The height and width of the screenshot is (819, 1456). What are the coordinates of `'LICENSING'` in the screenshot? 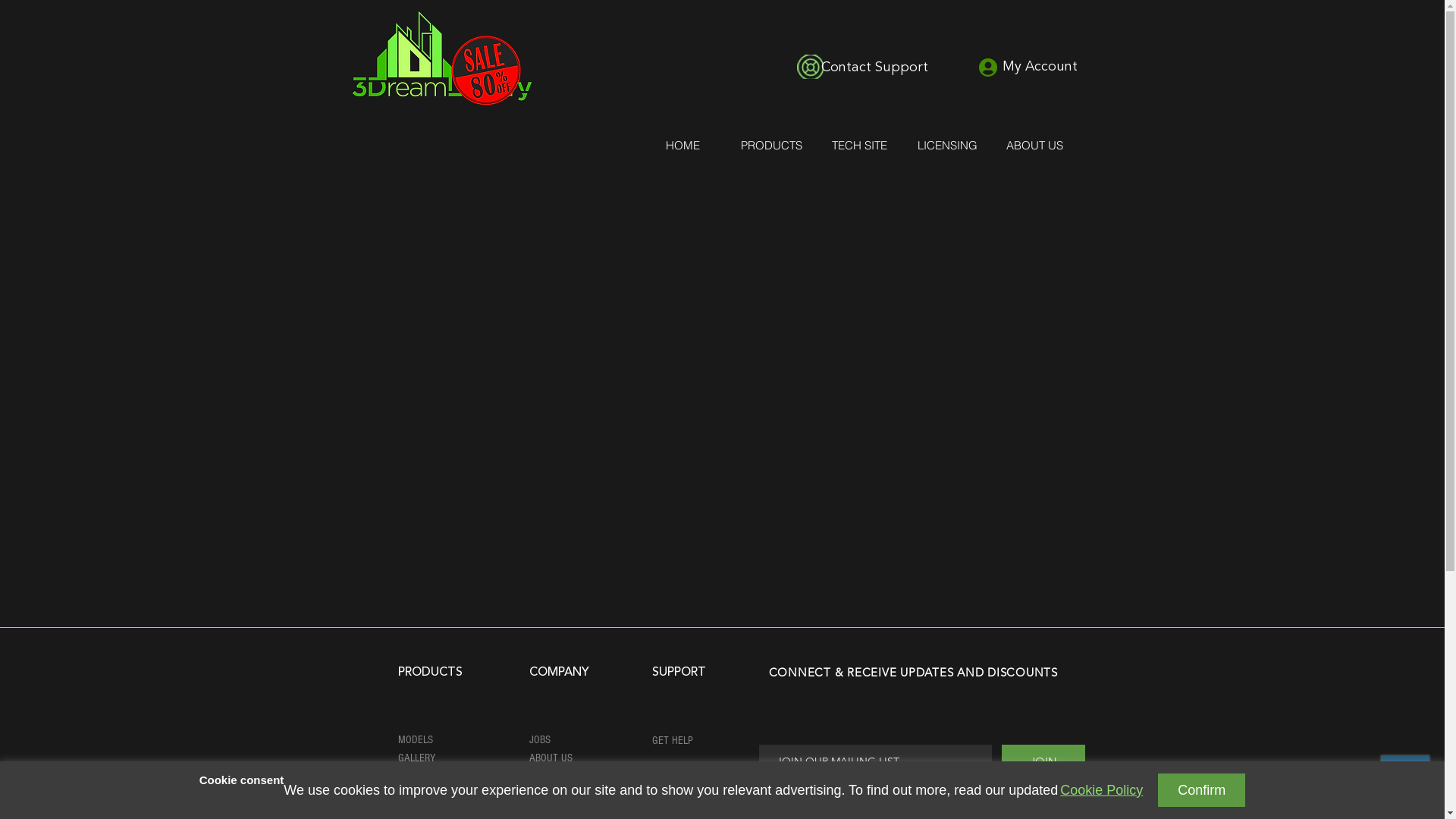 It's located at (902, 145).